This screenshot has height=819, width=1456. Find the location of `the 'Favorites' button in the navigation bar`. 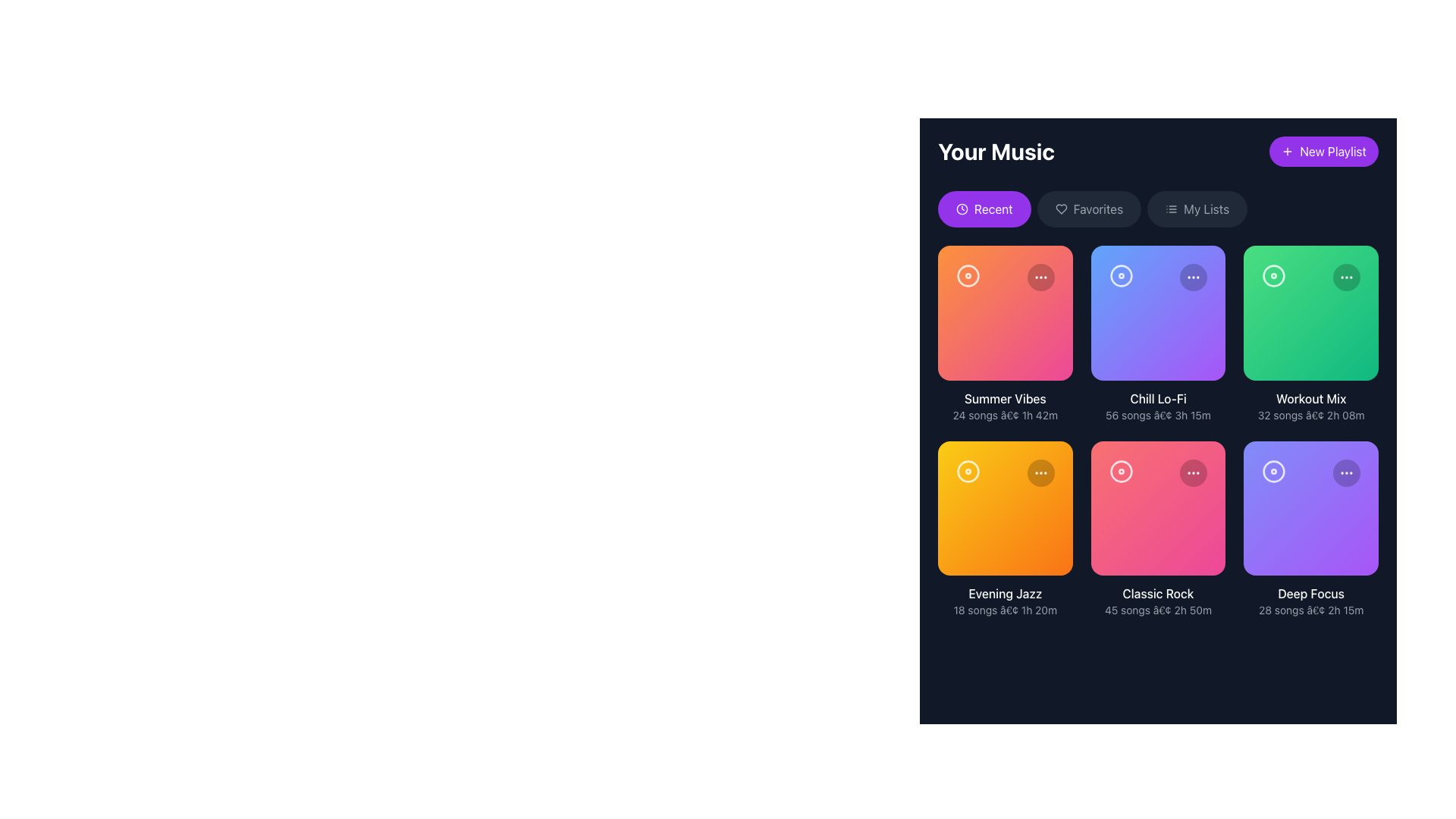

the 'Favorites' button in the navigation bar is located at coordinates (1098, 209).